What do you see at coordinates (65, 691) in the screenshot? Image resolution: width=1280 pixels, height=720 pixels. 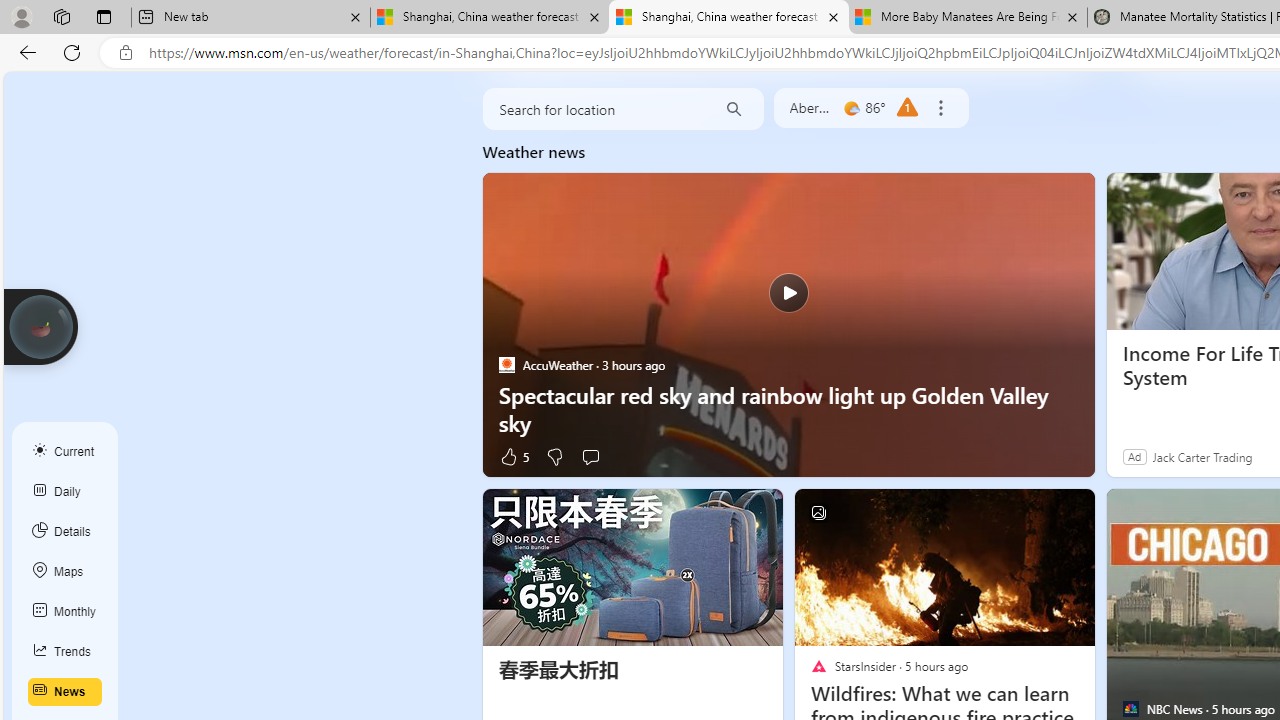 I see `'News'` at bounding box center [65, 691].